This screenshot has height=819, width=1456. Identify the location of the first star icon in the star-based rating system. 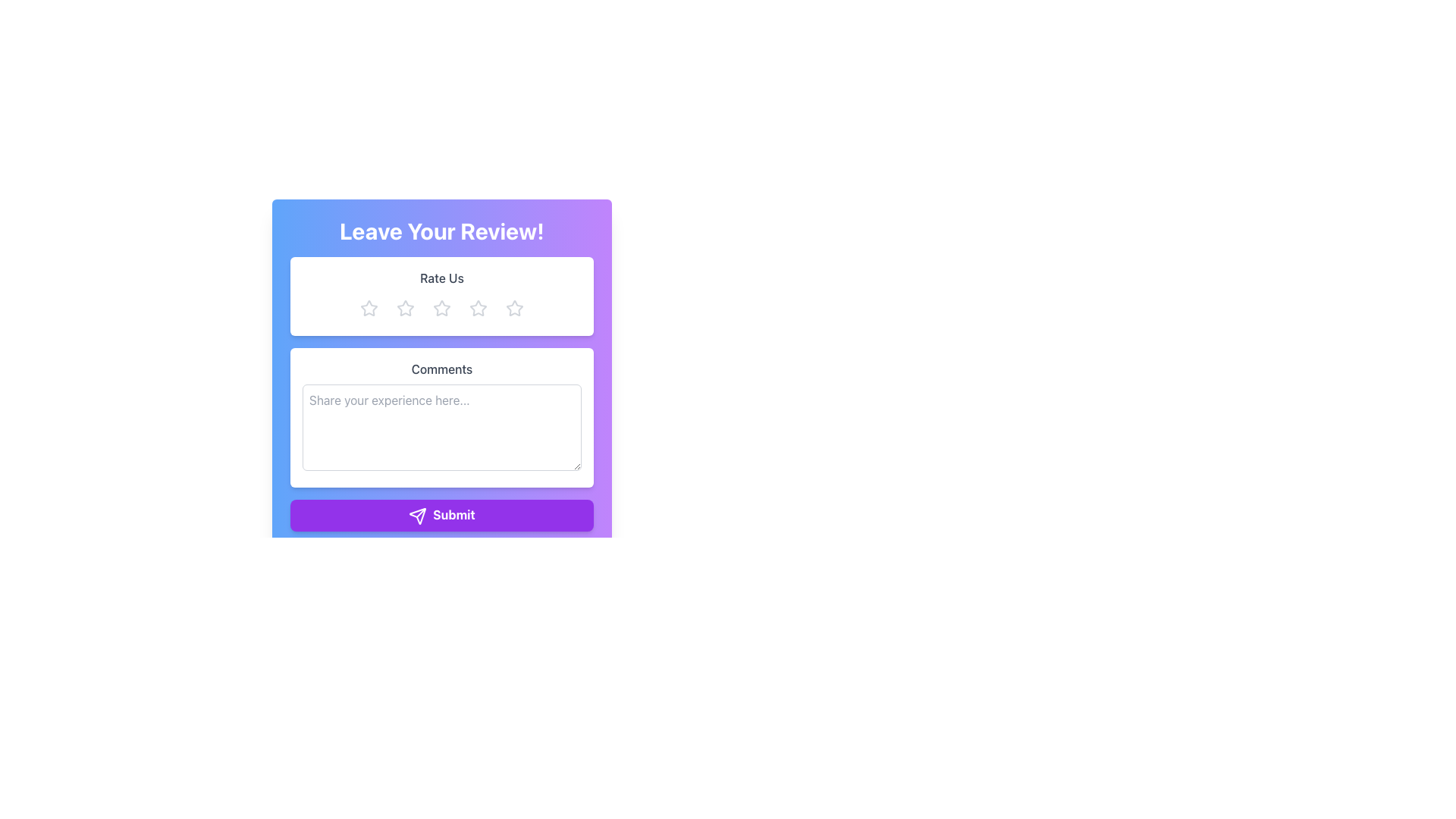
(369, 308).